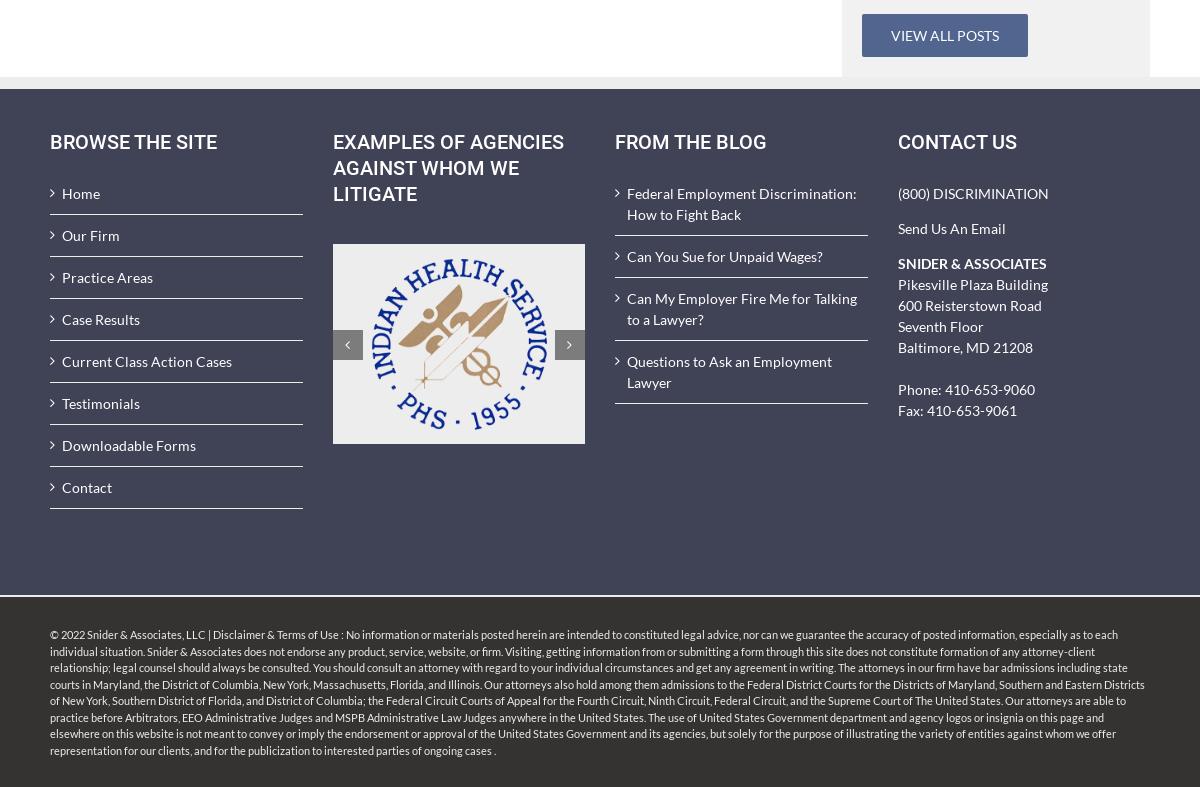 Image resolution: width=1200 pixels, height=787 pixels. What do you see at coordinates (956, 410) in the screenshot?
I see `'Fax: 410-653-9061'` at bounding box center [956, 410].